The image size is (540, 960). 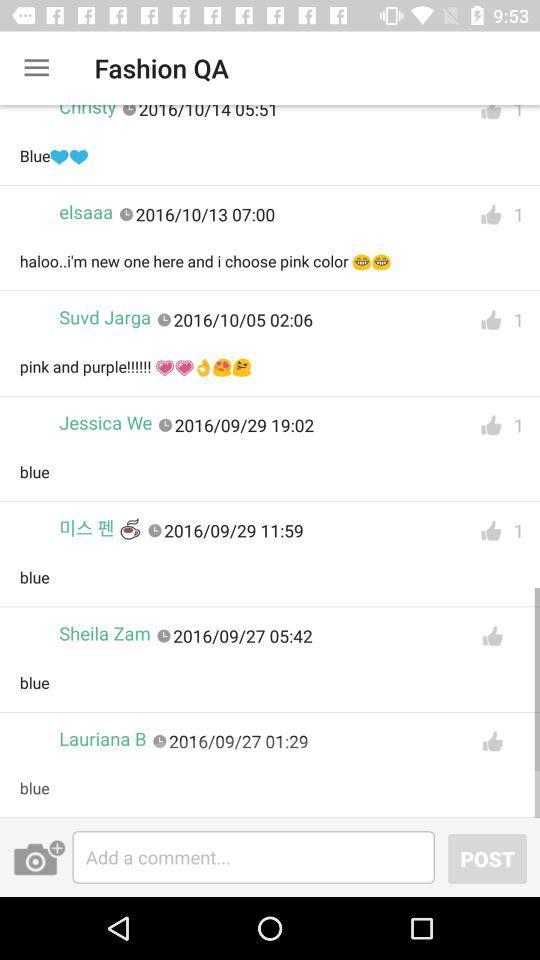 I want to click on the icon next to the post, so click(x=253, y=856).